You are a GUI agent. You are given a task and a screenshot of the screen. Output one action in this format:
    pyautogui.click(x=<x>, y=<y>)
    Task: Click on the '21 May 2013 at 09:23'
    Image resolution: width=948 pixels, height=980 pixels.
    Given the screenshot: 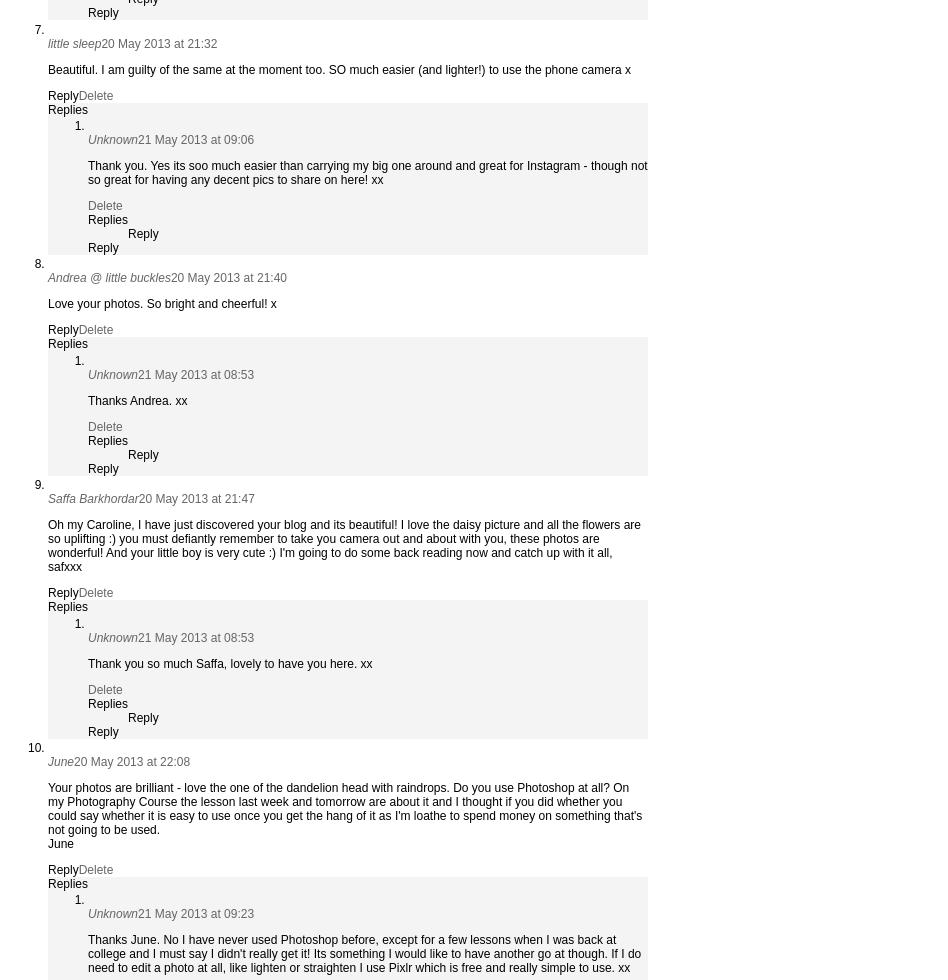 What is the action you would take?
    pyautogui.click(x=195, y=914)
    